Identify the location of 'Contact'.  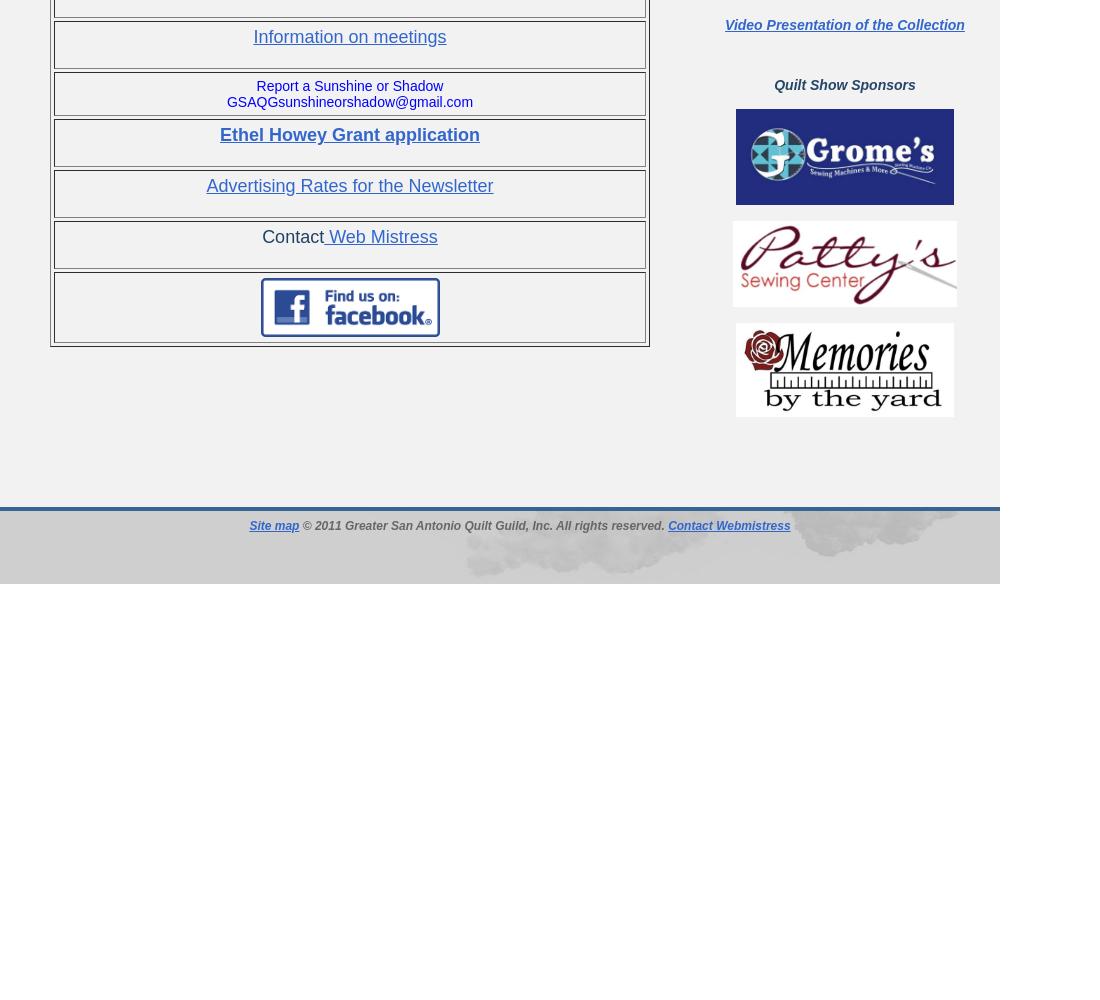
(292, 236).